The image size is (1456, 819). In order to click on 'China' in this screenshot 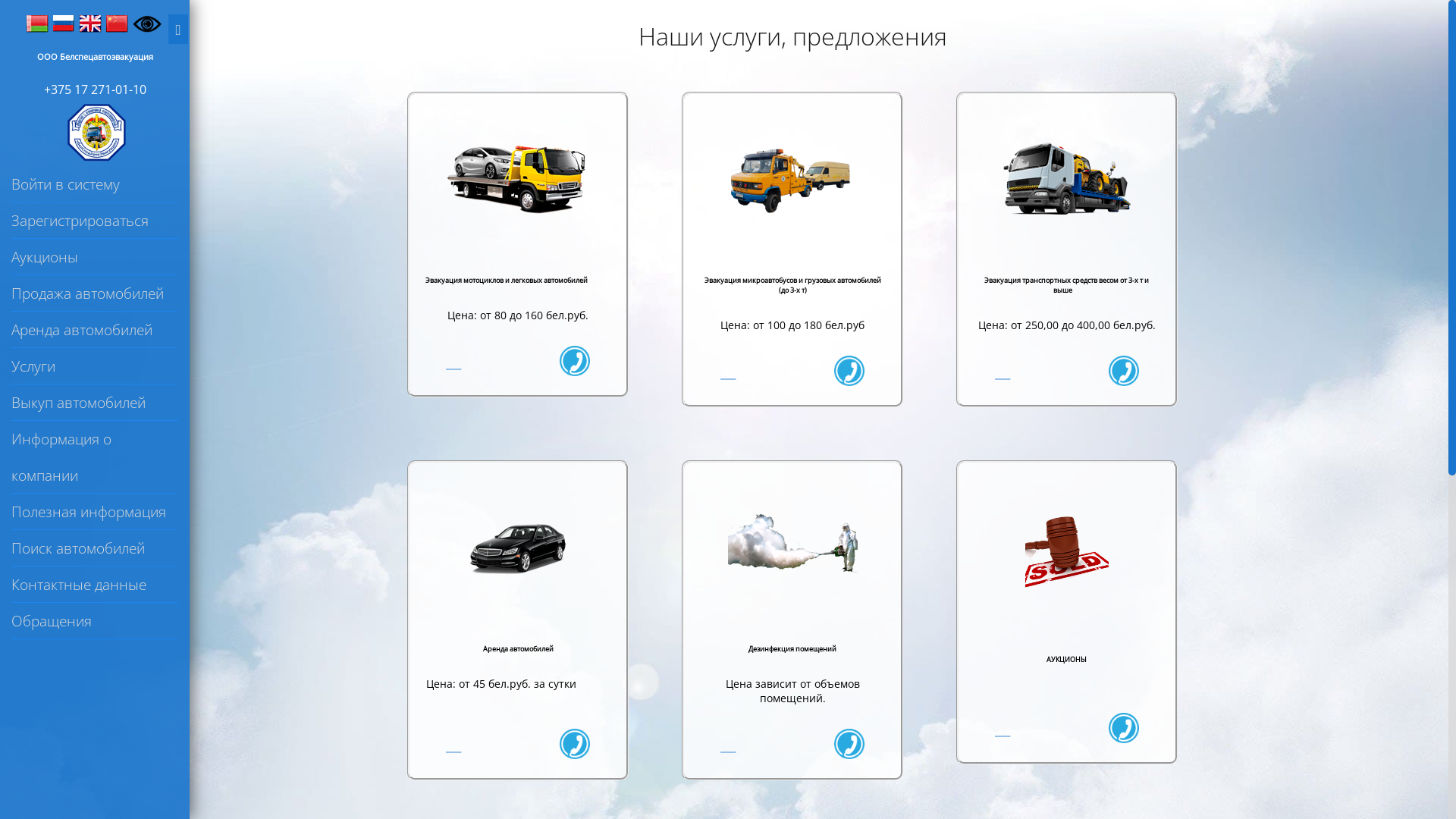, I will do `click(116, 24)`.